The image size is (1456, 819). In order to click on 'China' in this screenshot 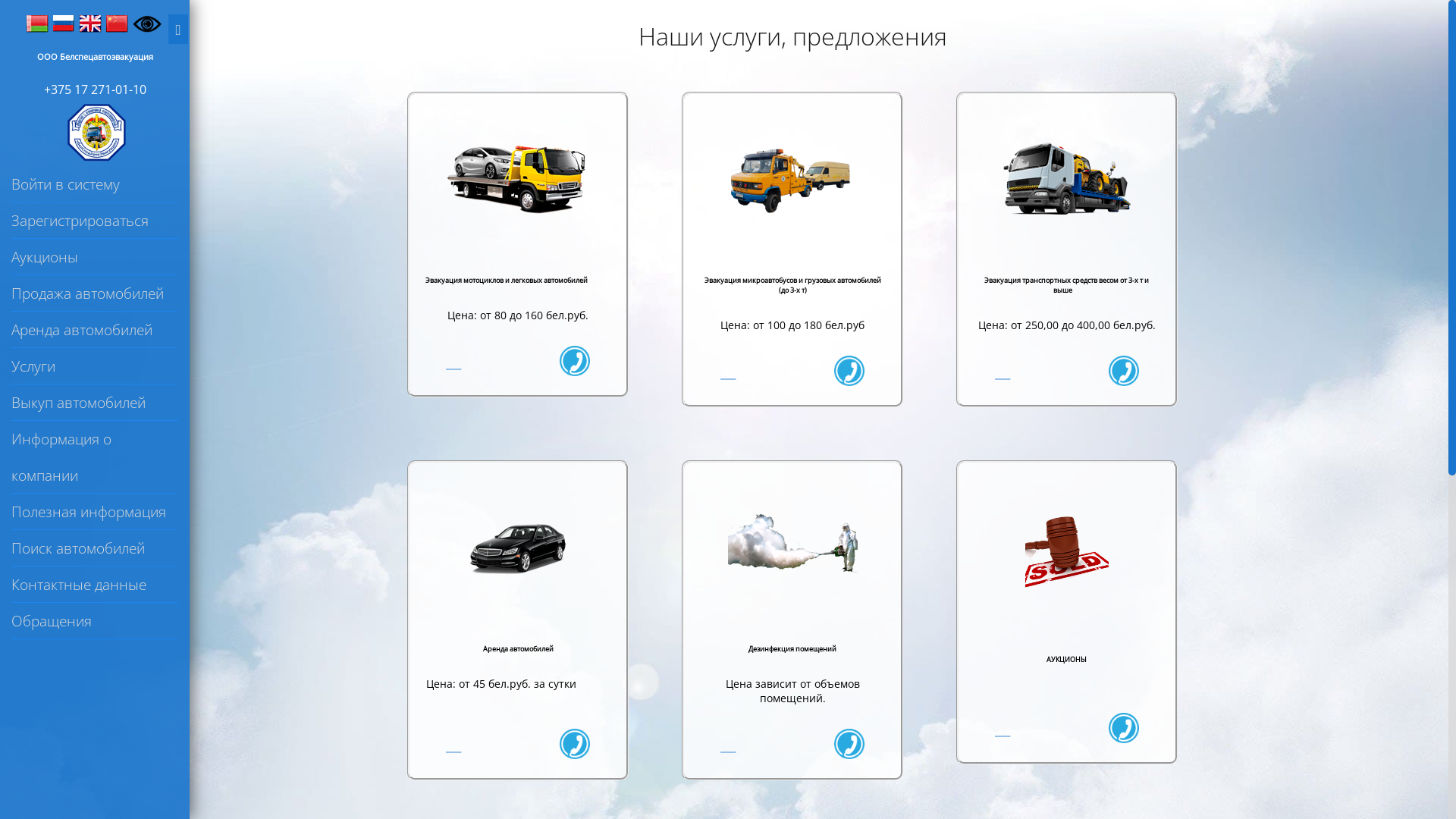, I will do `click(116, 24)`.